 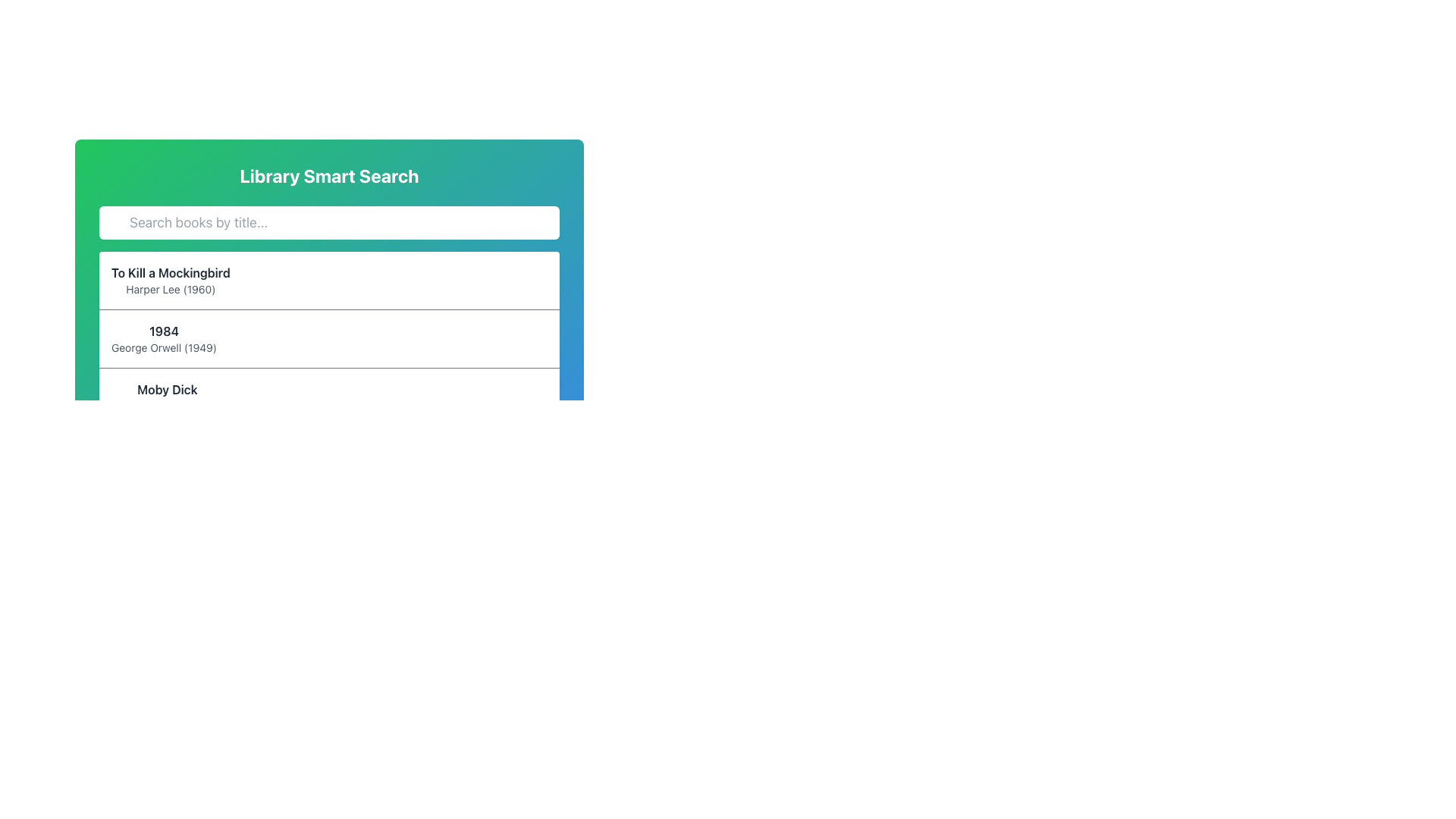 I want to click on the clickable list item representing the book entry titled 'To Kill a Mockingbird' by Harper Lee, so click(x=328, y=259).